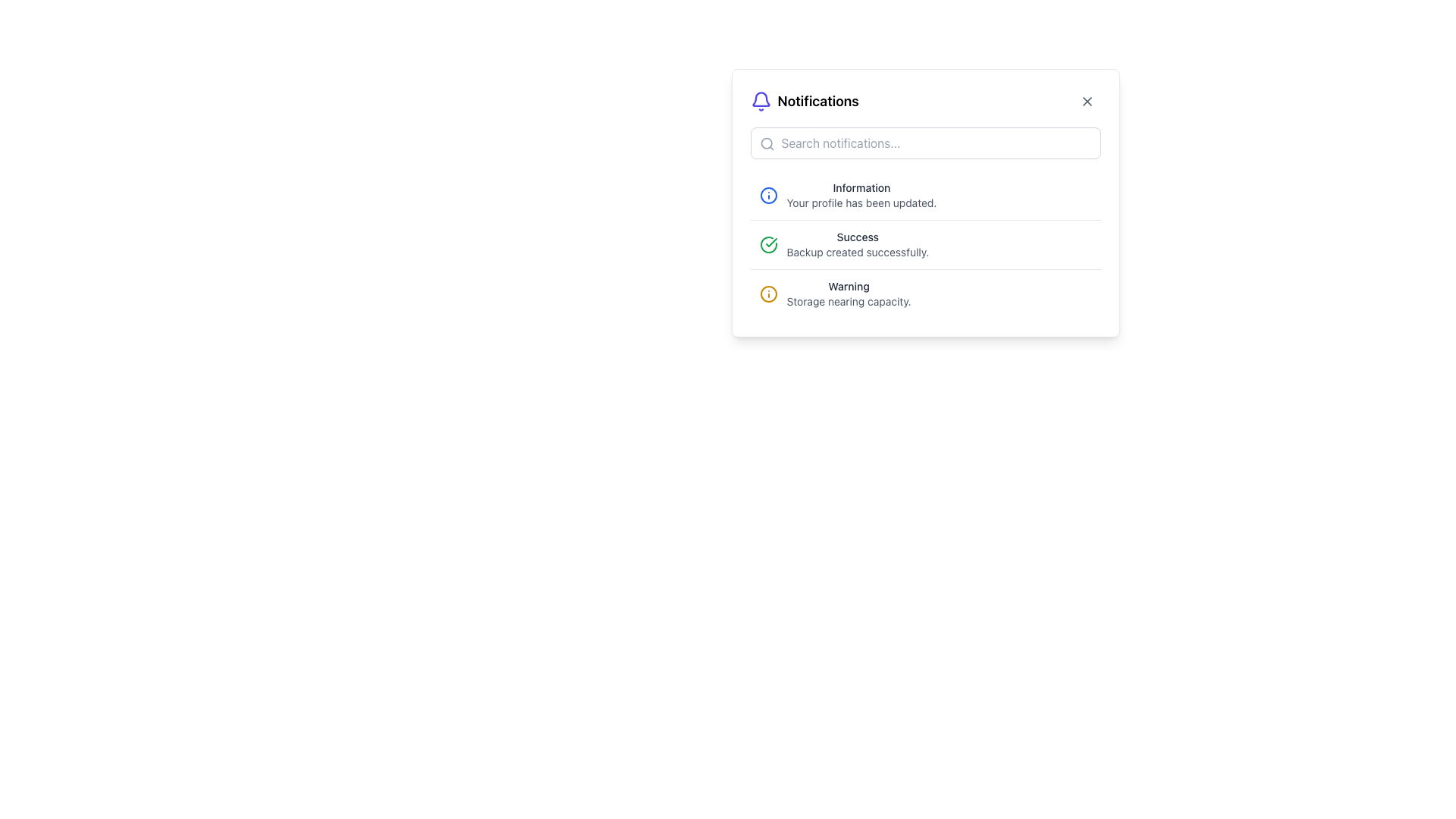  Describe the element at coordinates (768, 195) in the screenshot. I see `the information icon located at the very left of the first notification entry under the 'Notifications' section, which serves as a visual indicator of an information-related message` at that location.